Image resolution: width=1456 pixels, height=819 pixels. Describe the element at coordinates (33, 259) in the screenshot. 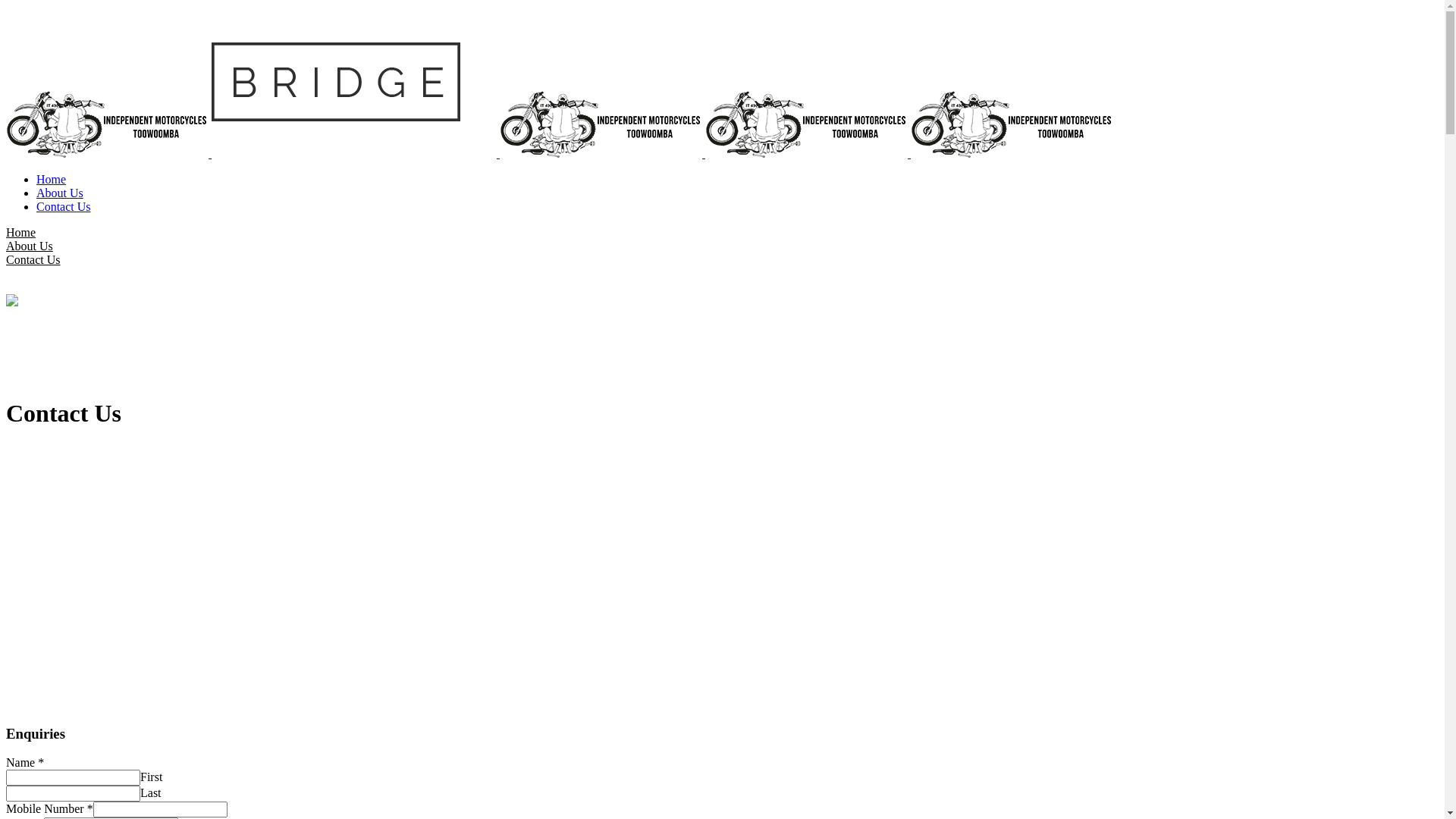

I see `'Contact Us'` at that location.